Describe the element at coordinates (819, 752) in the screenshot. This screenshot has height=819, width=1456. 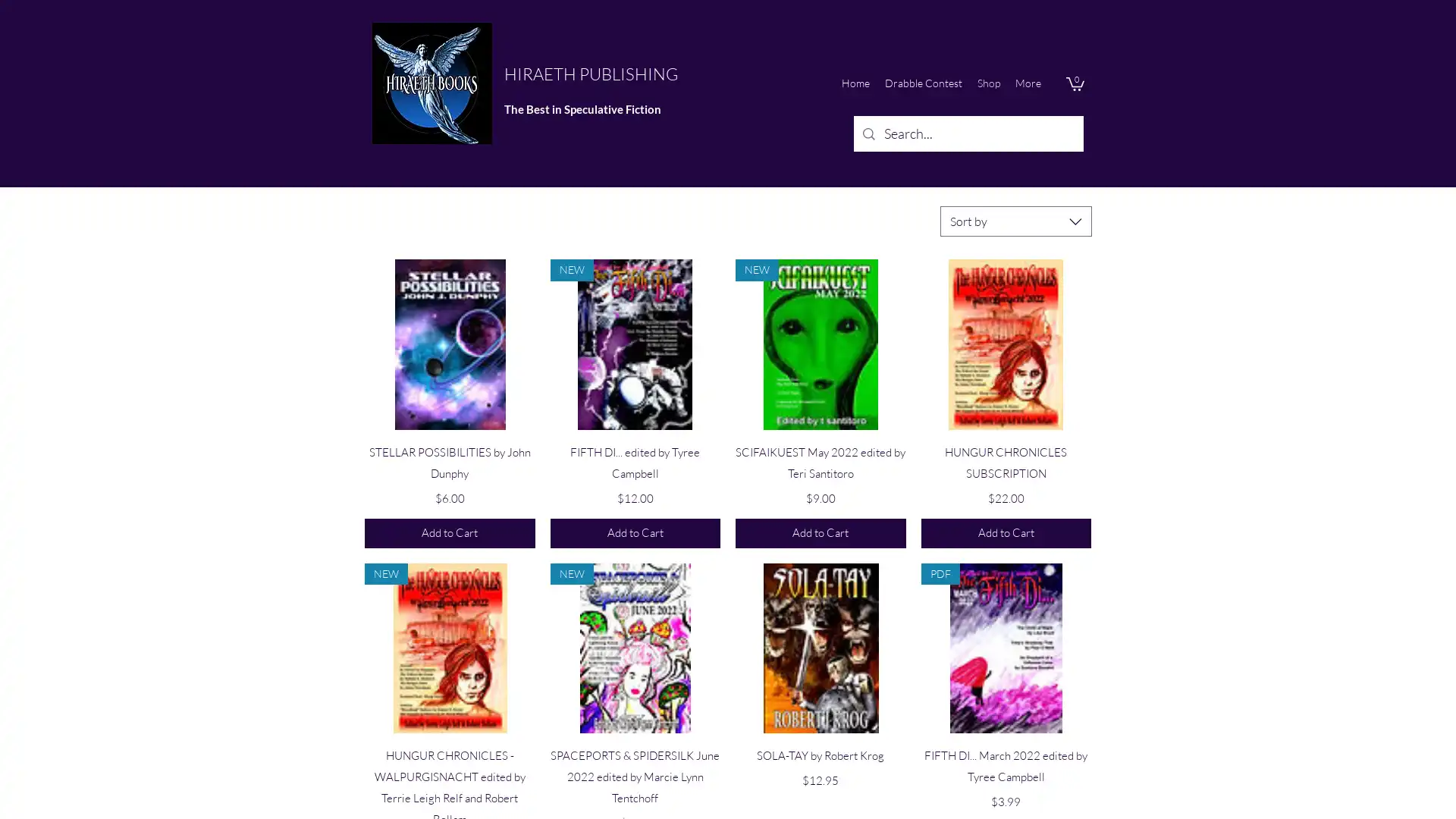
I see `Quick View` at that location.